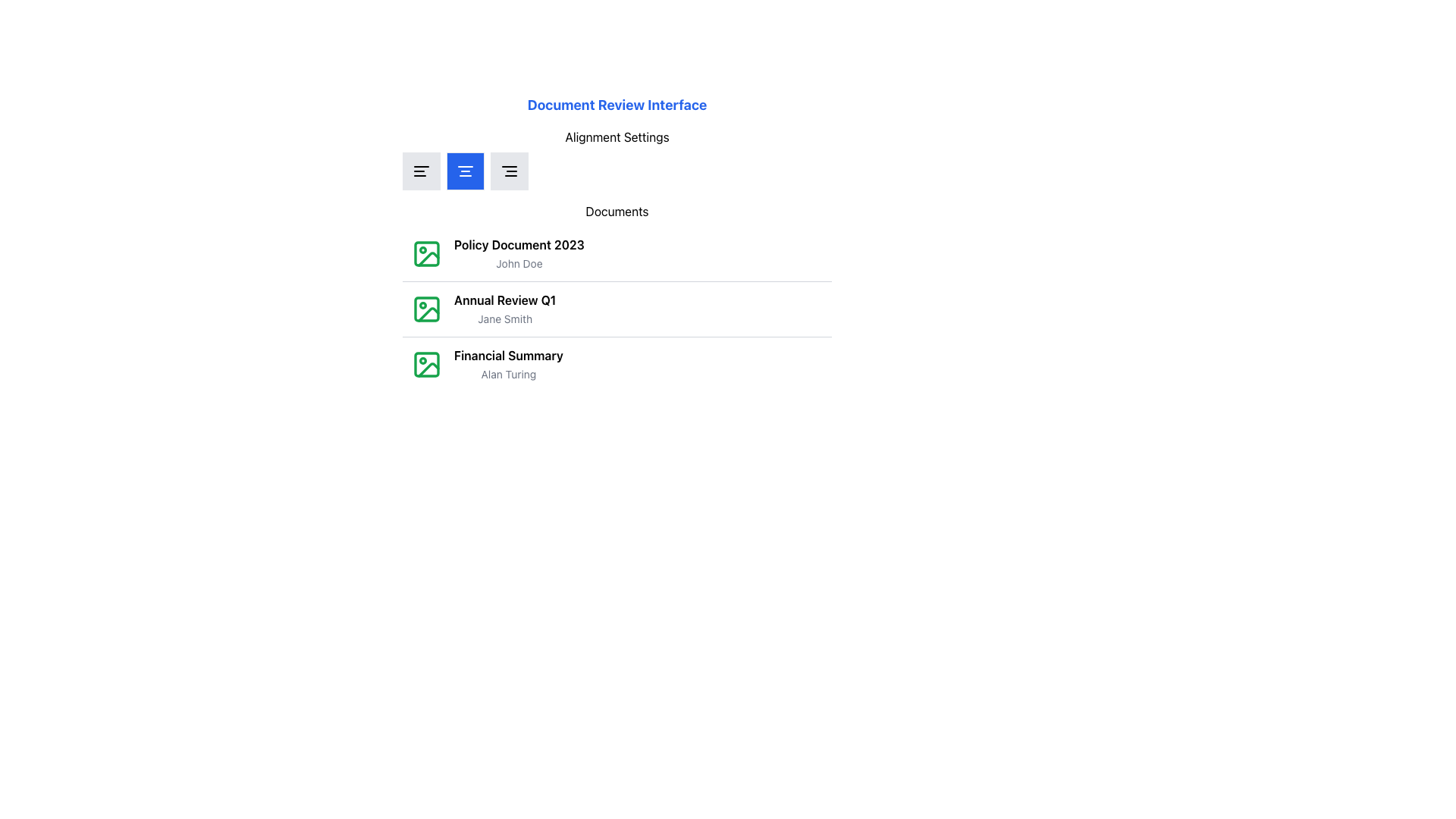 The height and width of the screenshot is (819, 1456). I want to click on the left alignment button, which is a square button with a light gray background and an icon of three black horizontal lines stacked vertically, so click(422, 171).